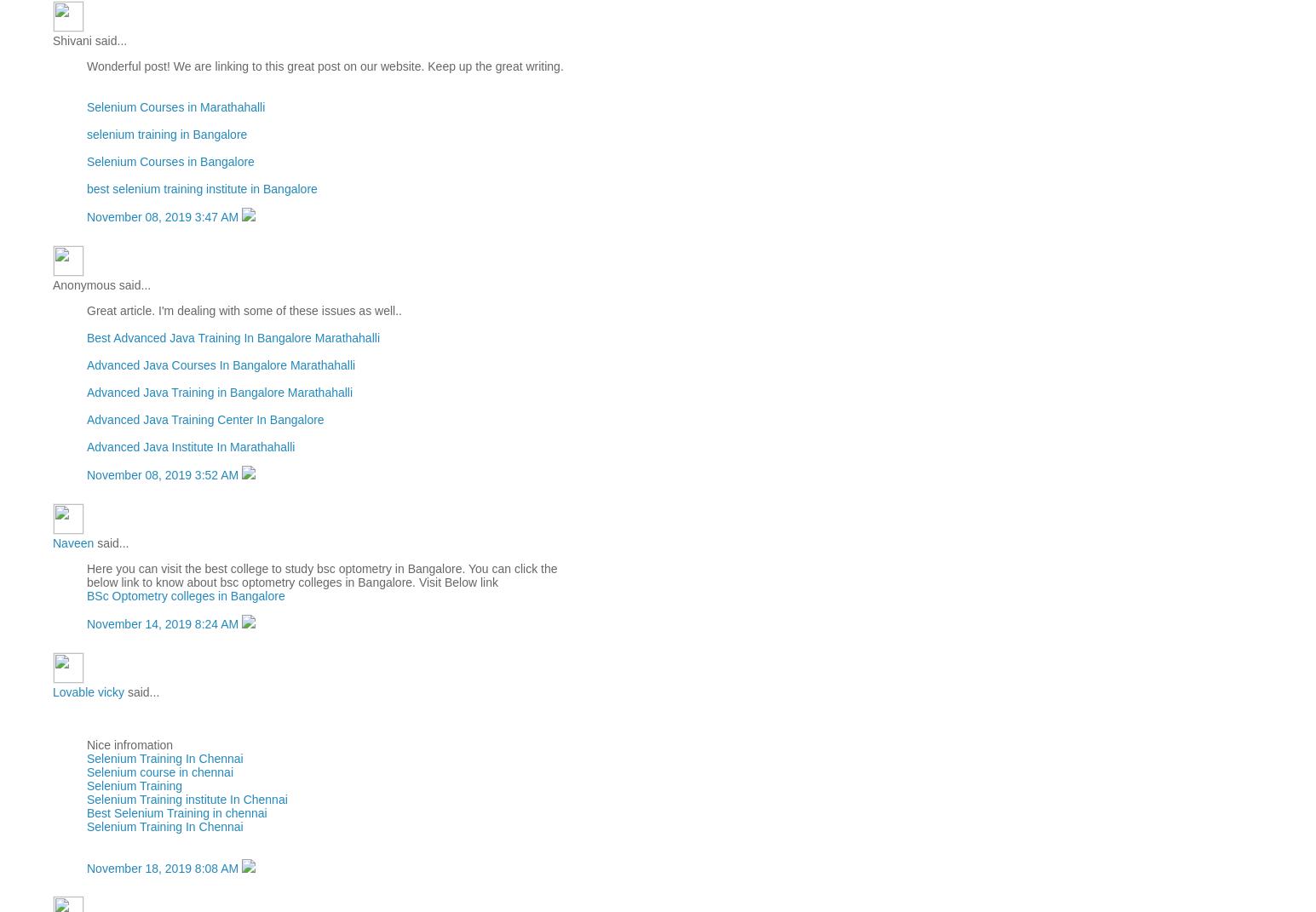 This screenshot has height=912, width=1316. I want to click on 'best selenium training institute in Bangalore', so click(202, 188).